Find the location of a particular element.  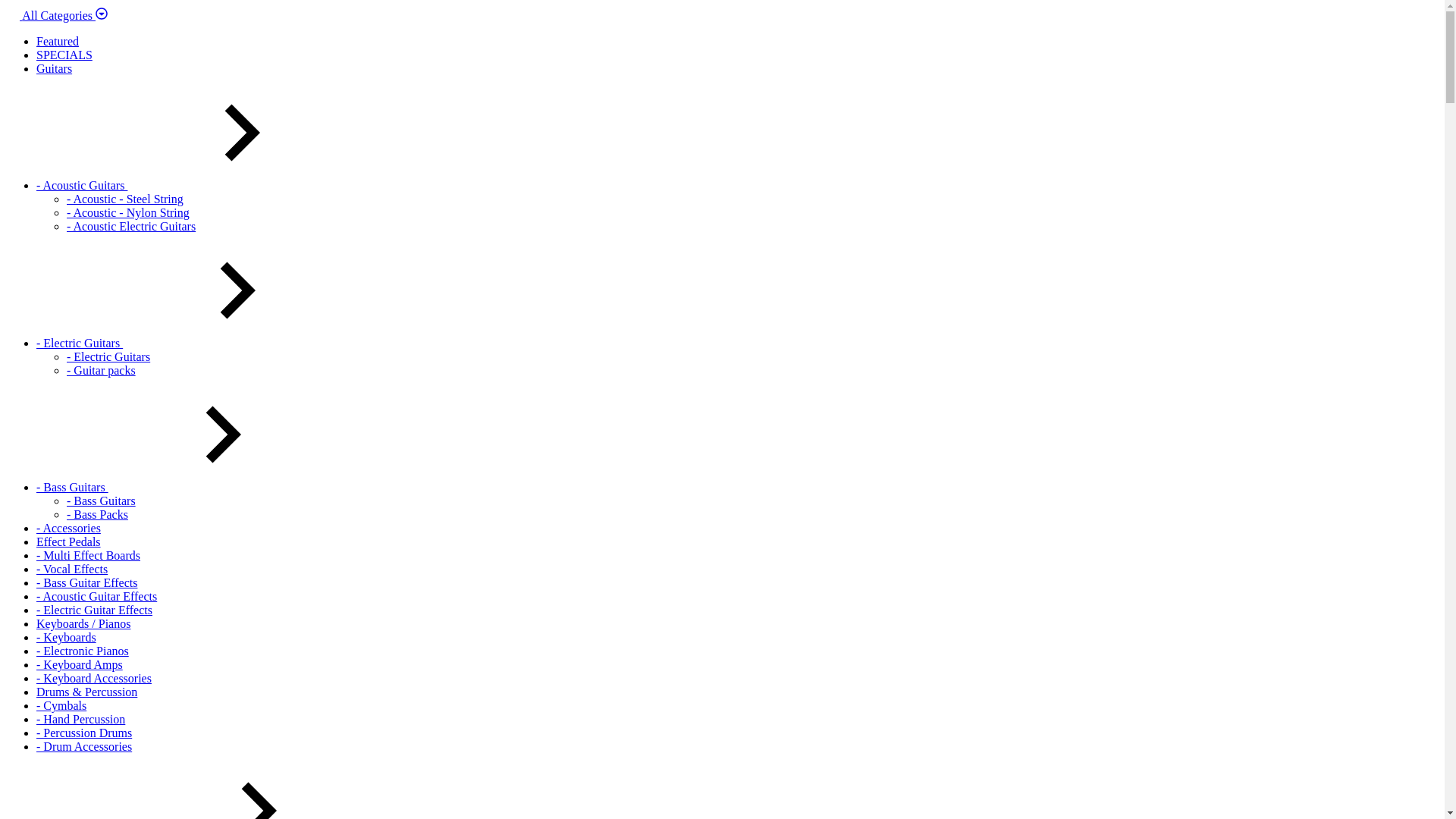

'- Electronic Pianos' is located at coordinates (36, 650).